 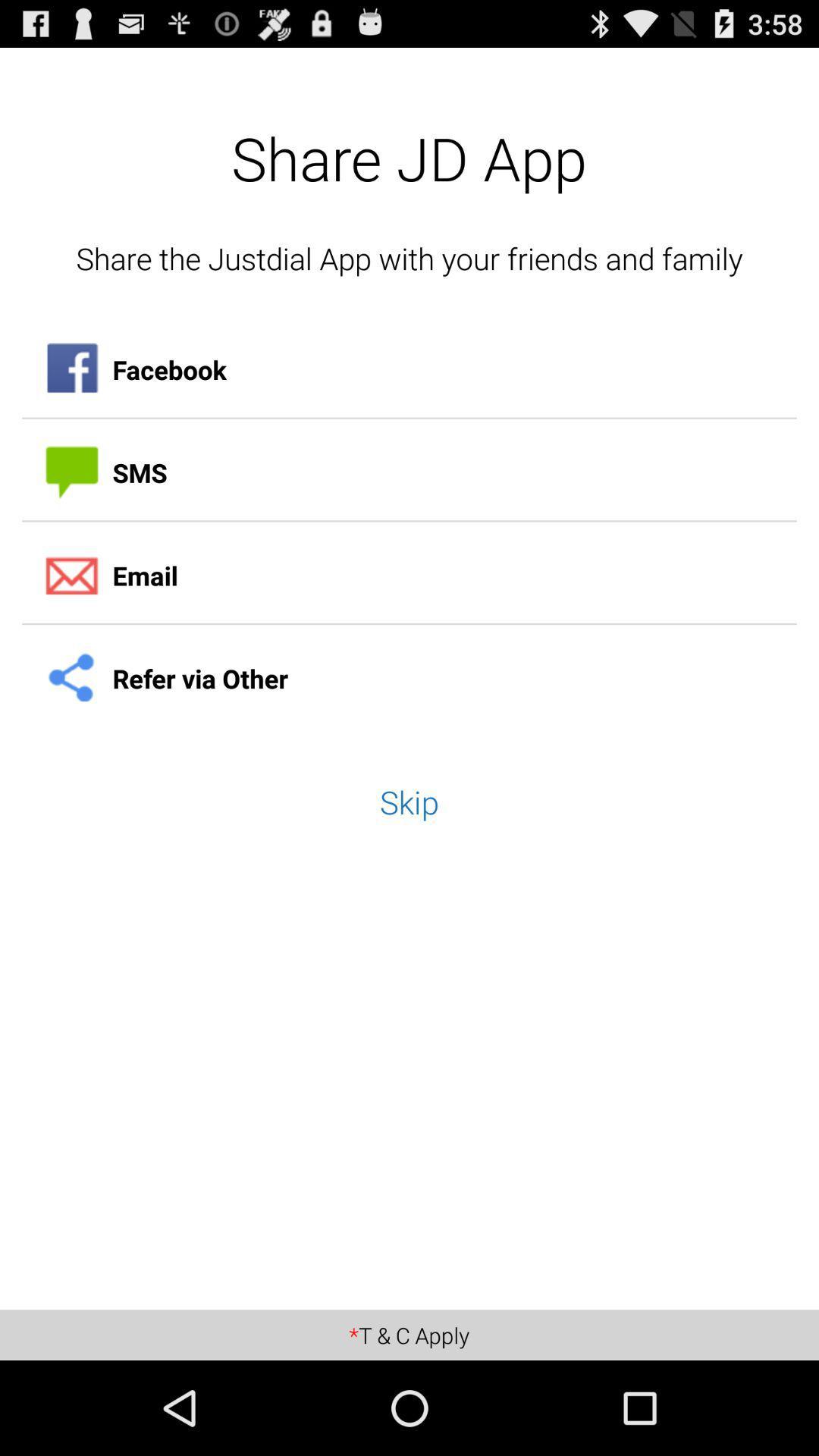 What do you see at coordinates (409, 678) in the screenshot?
I see `the app above the skip app` at bounding box center [409, 678].